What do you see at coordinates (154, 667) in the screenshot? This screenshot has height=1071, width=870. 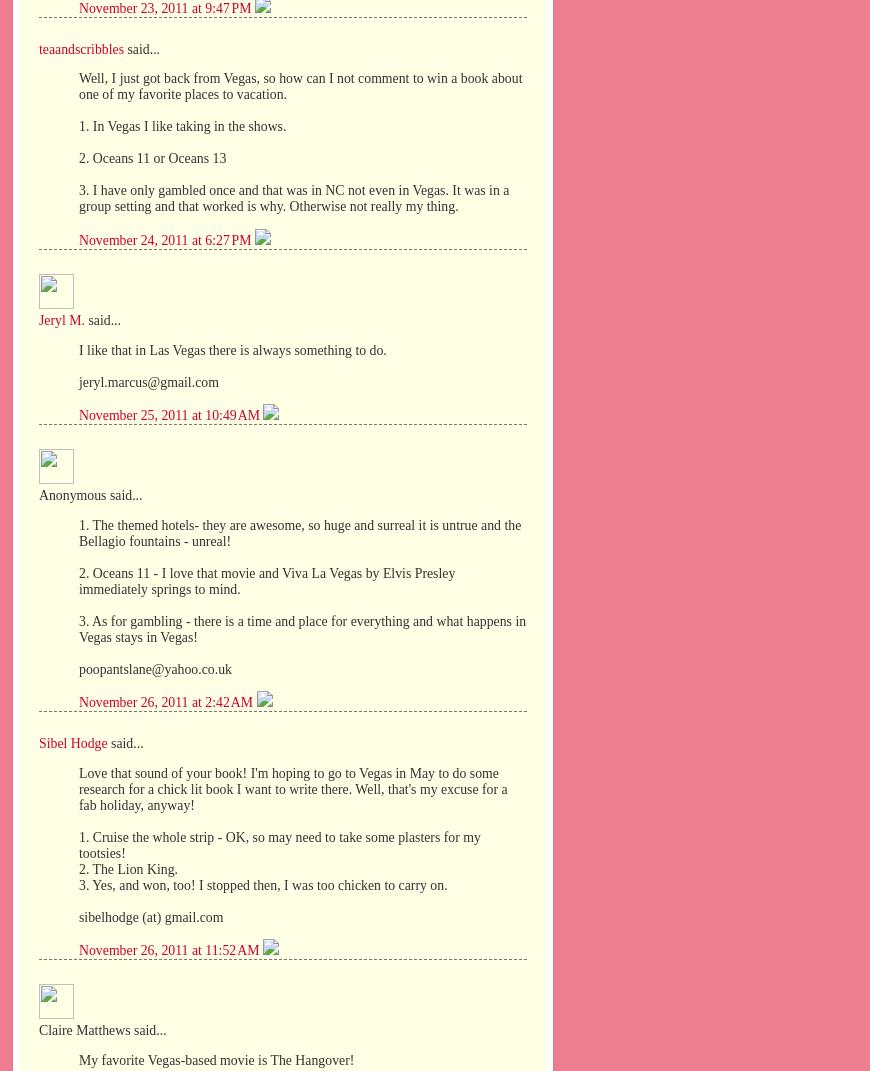 I see `'poopantslane@yahoo.co.uk'` at bounding box center [154, 667].